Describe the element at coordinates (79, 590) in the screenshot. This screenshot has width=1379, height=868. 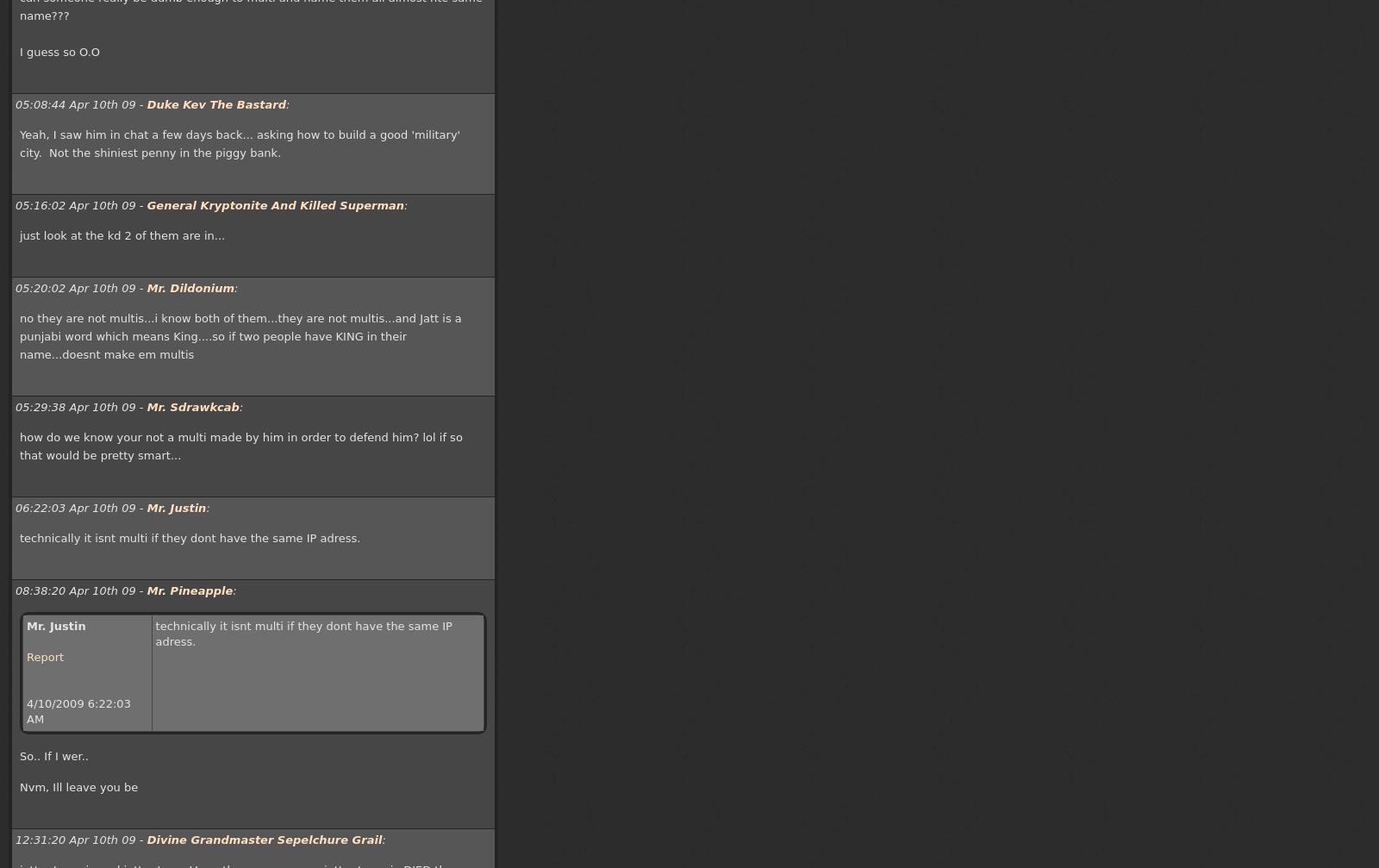
I see `'08:38:20 Apr 10th 09  -'` at that location.